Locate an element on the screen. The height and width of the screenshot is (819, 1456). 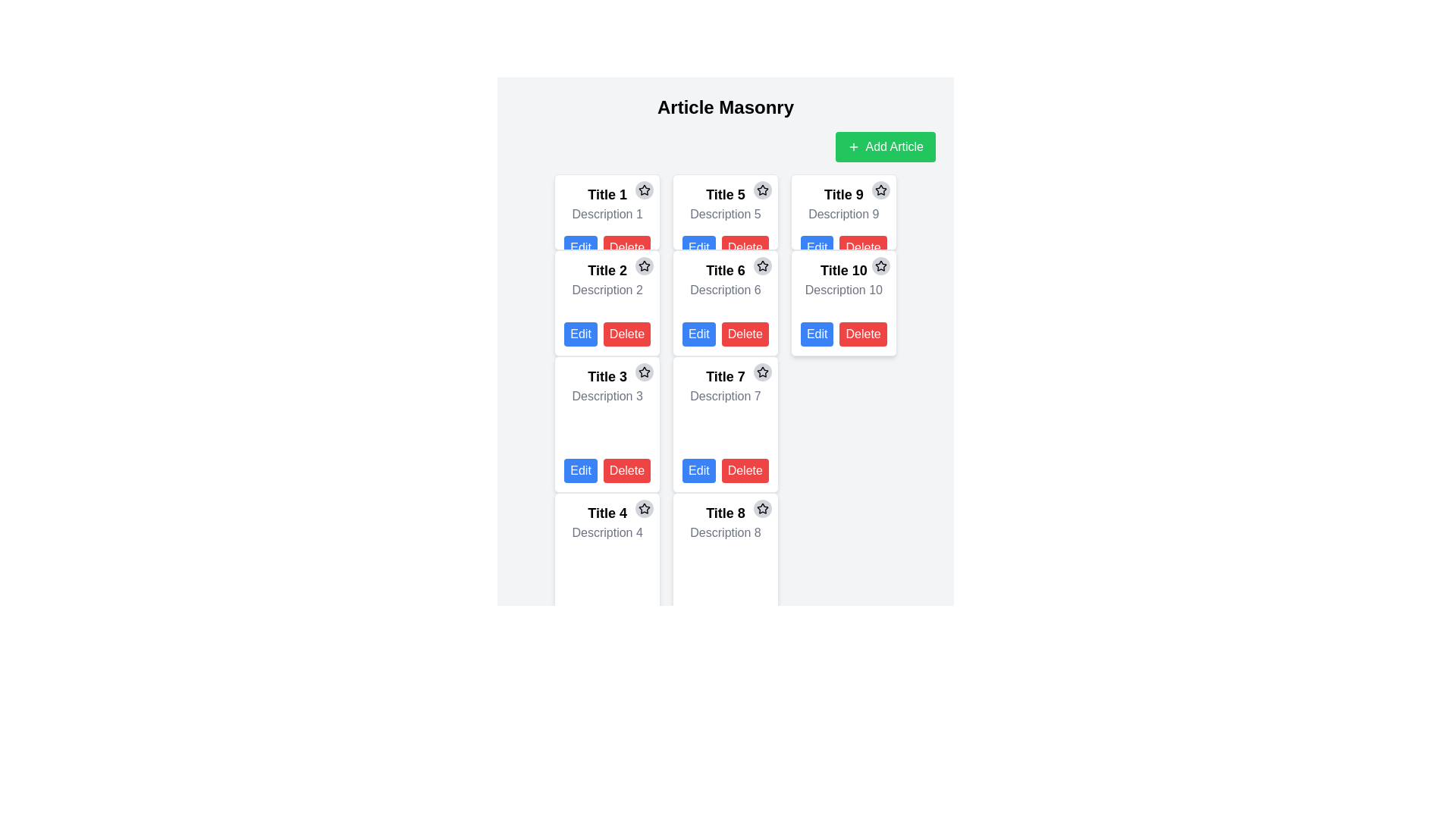
the red 'Delete' button with white text, which is the second button in a horizontal group is located at coordinates (745, 470).